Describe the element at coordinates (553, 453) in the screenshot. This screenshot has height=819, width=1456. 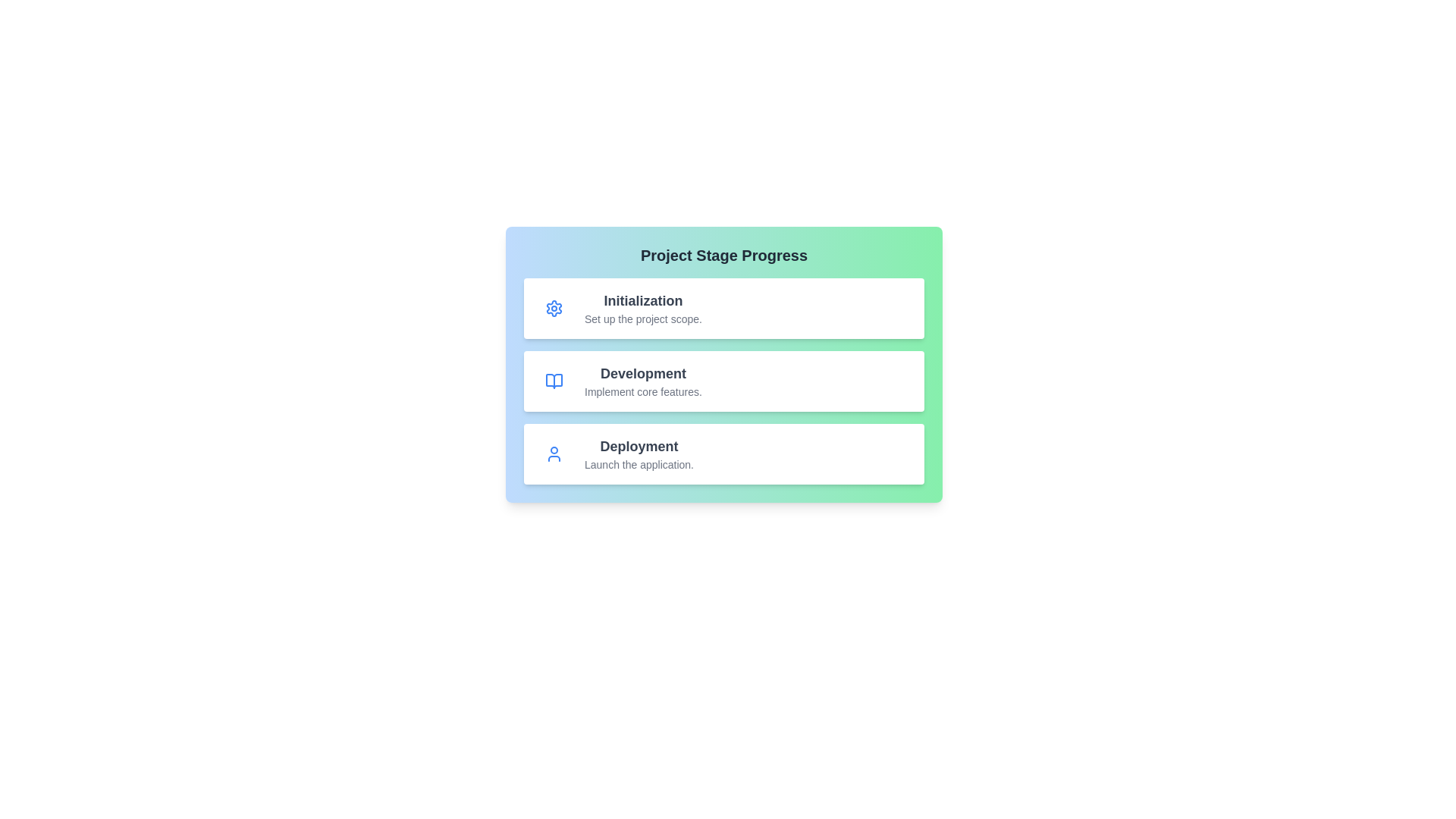
I see `the blue circular icon representing a user, which is located next to the text 'Deployment - Launch the application.'` at that location.